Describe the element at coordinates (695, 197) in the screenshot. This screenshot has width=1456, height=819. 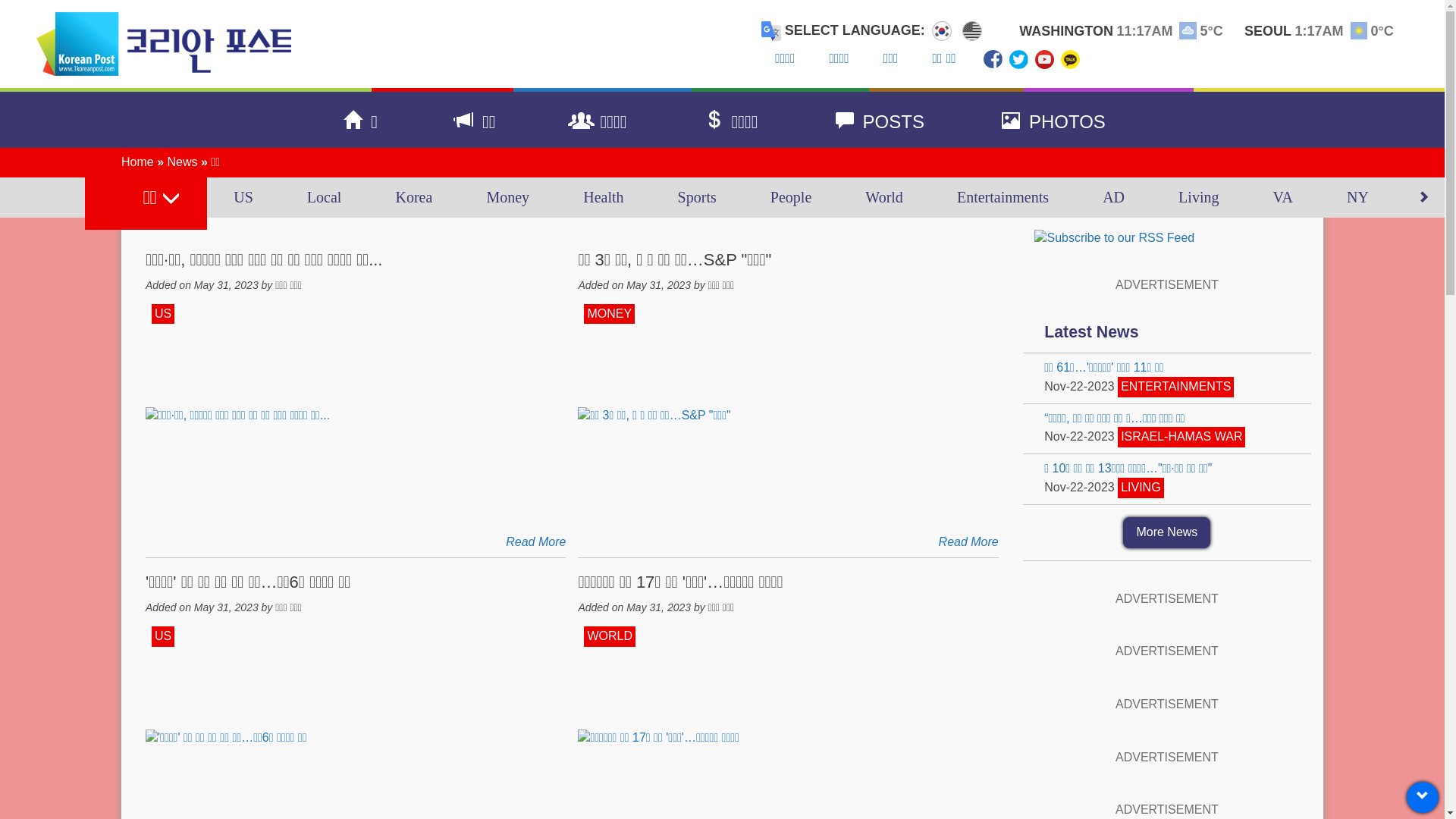
I see `'Sports'` at that location.